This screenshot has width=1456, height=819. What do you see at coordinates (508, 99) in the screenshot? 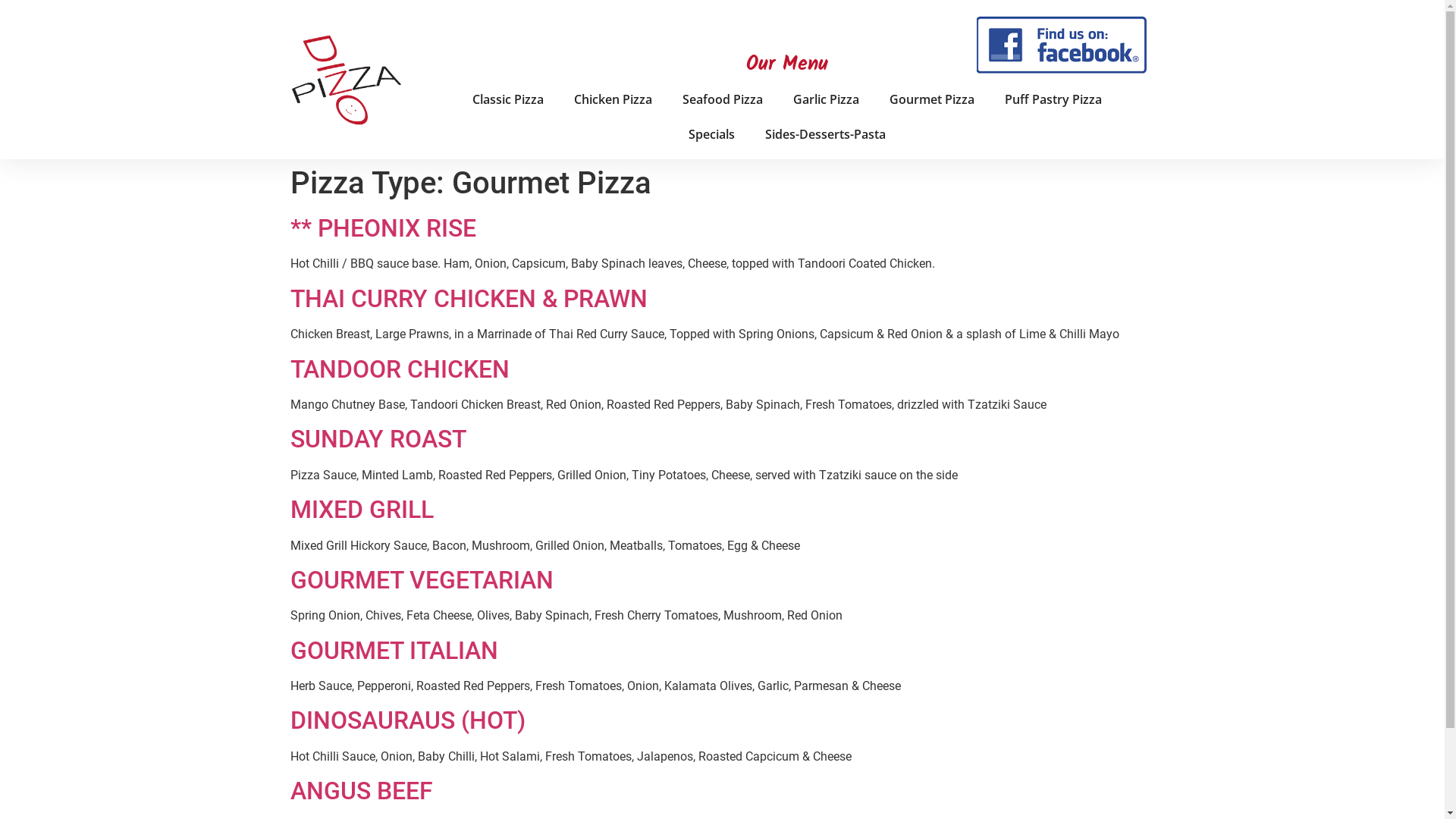
I see `'Classic Pizza'` at bounding box center [508, 99].